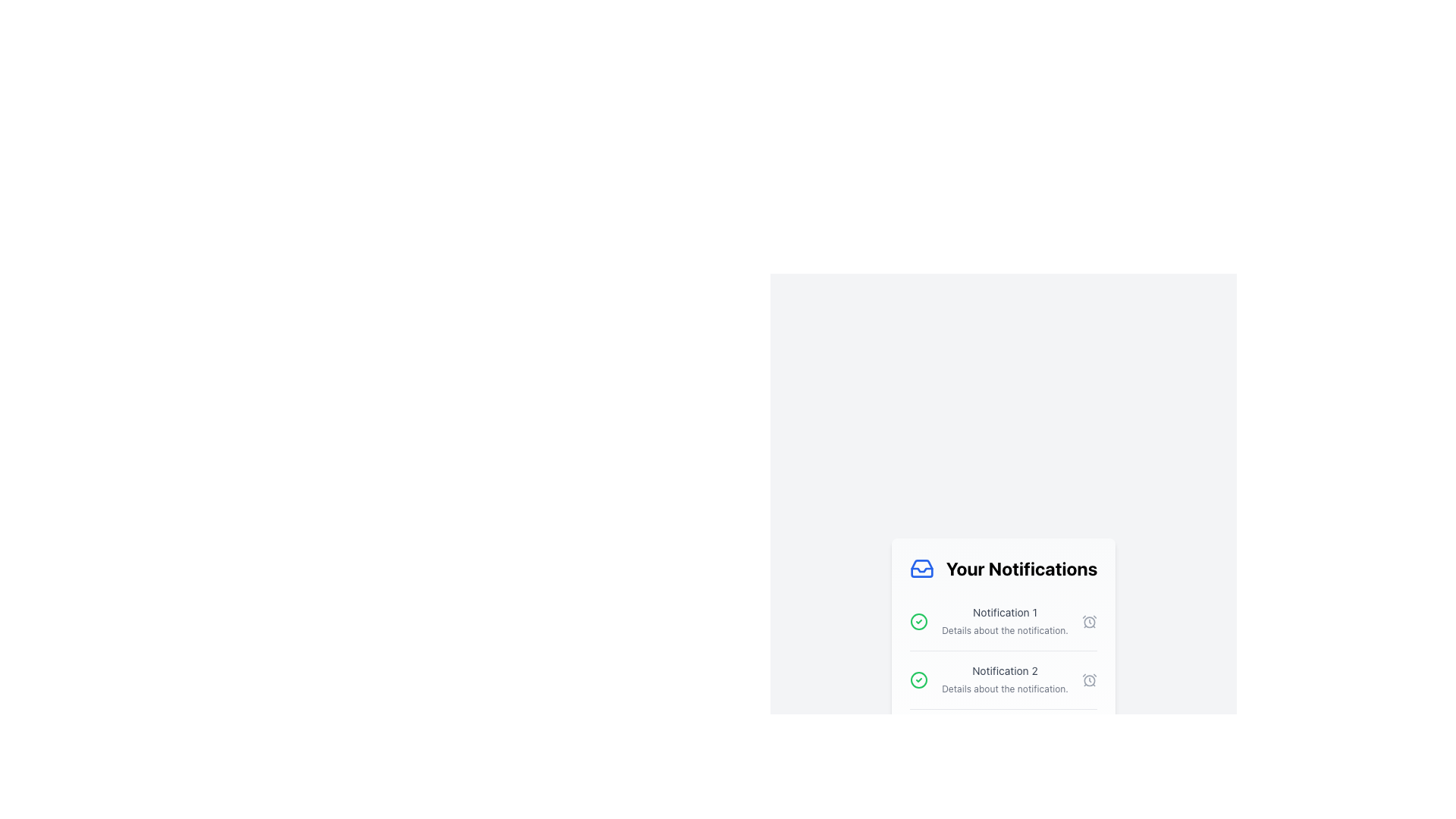  Describe the element at coordinates (921, 568) in the screenshot. I see `the blue inbox icon with a down arrow located to the left of the 'Your Notifications' text` at that location.